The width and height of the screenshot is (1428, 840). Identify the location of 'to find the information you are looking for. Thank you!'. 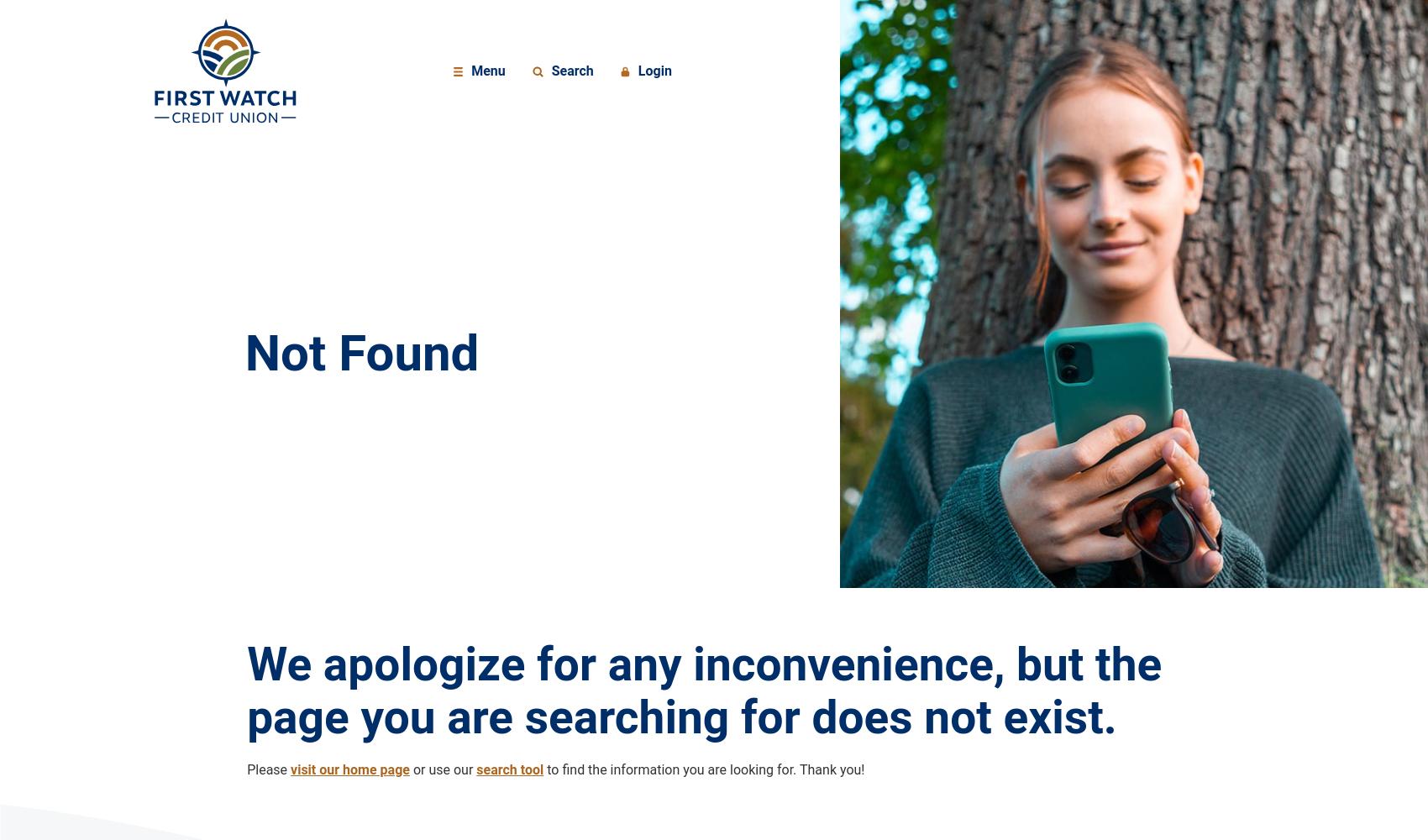
(702, 769).